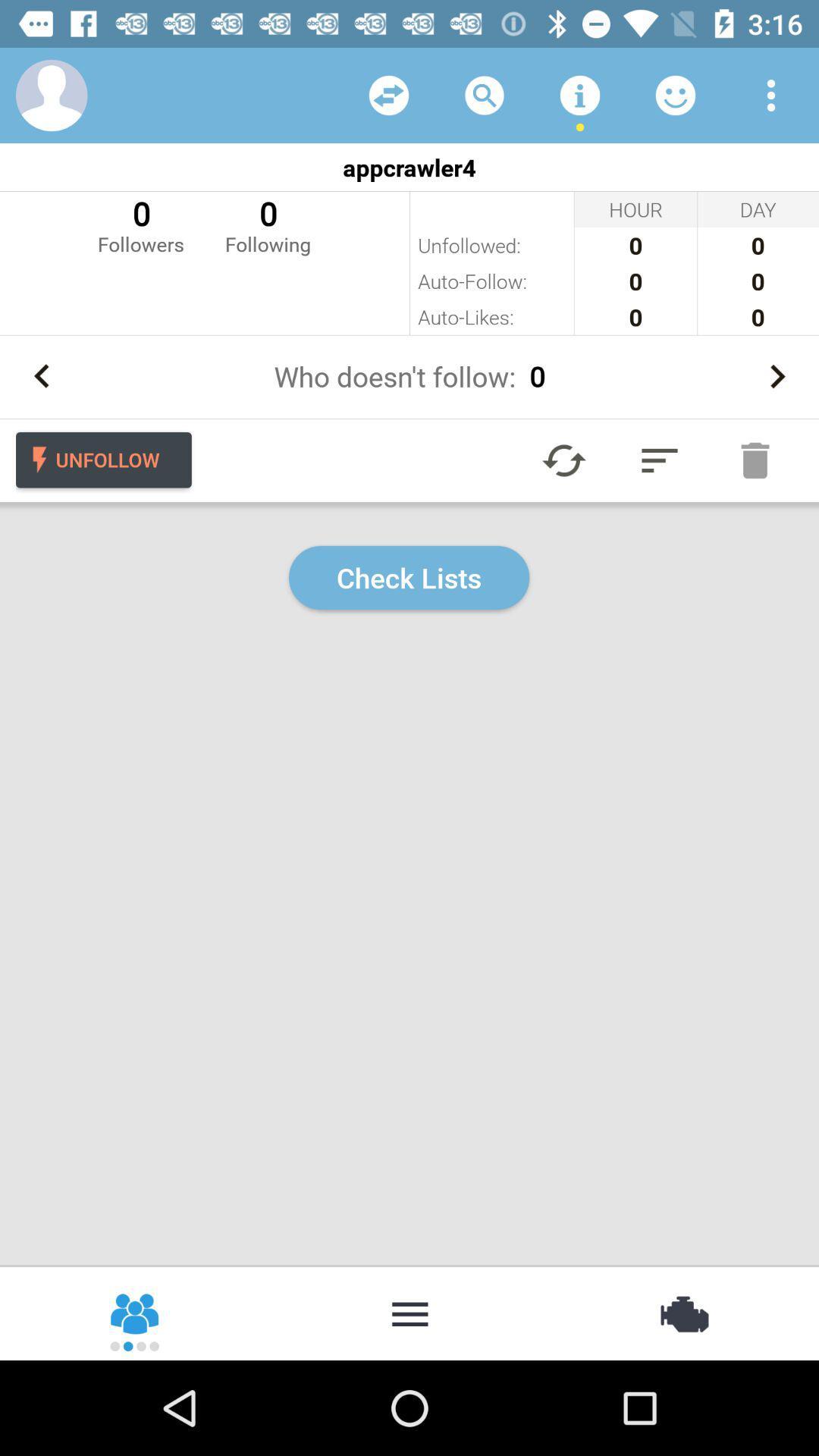  Describe the element at coordinates (659, 460) in the screenshot. I see `check list` at that location.